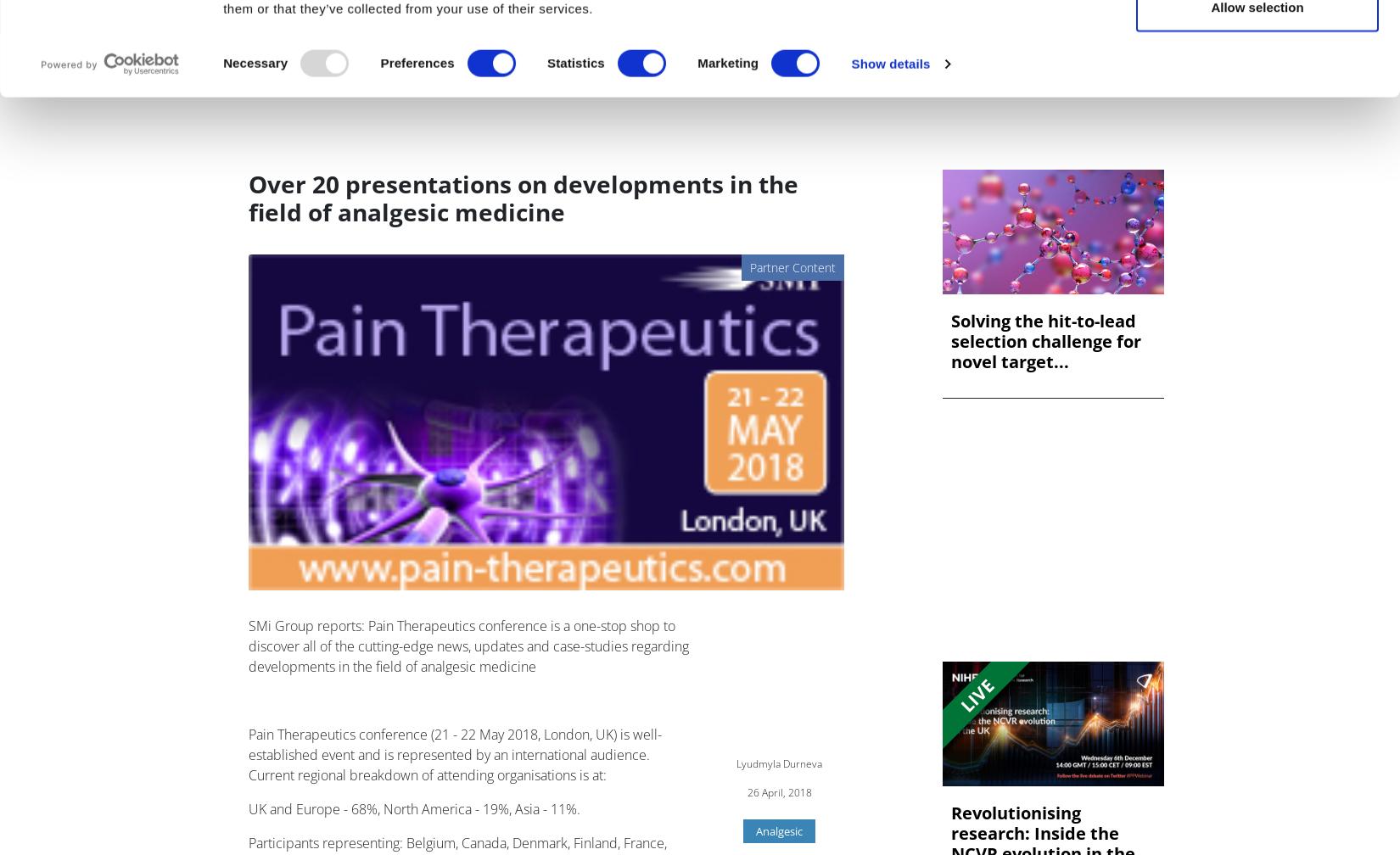 The width and height of the screenshot is (1400, 855). What do you see at coordinates (669, 69) in the screenshot?
I see `'Deep Dive'` at bounding box center [669, 69].